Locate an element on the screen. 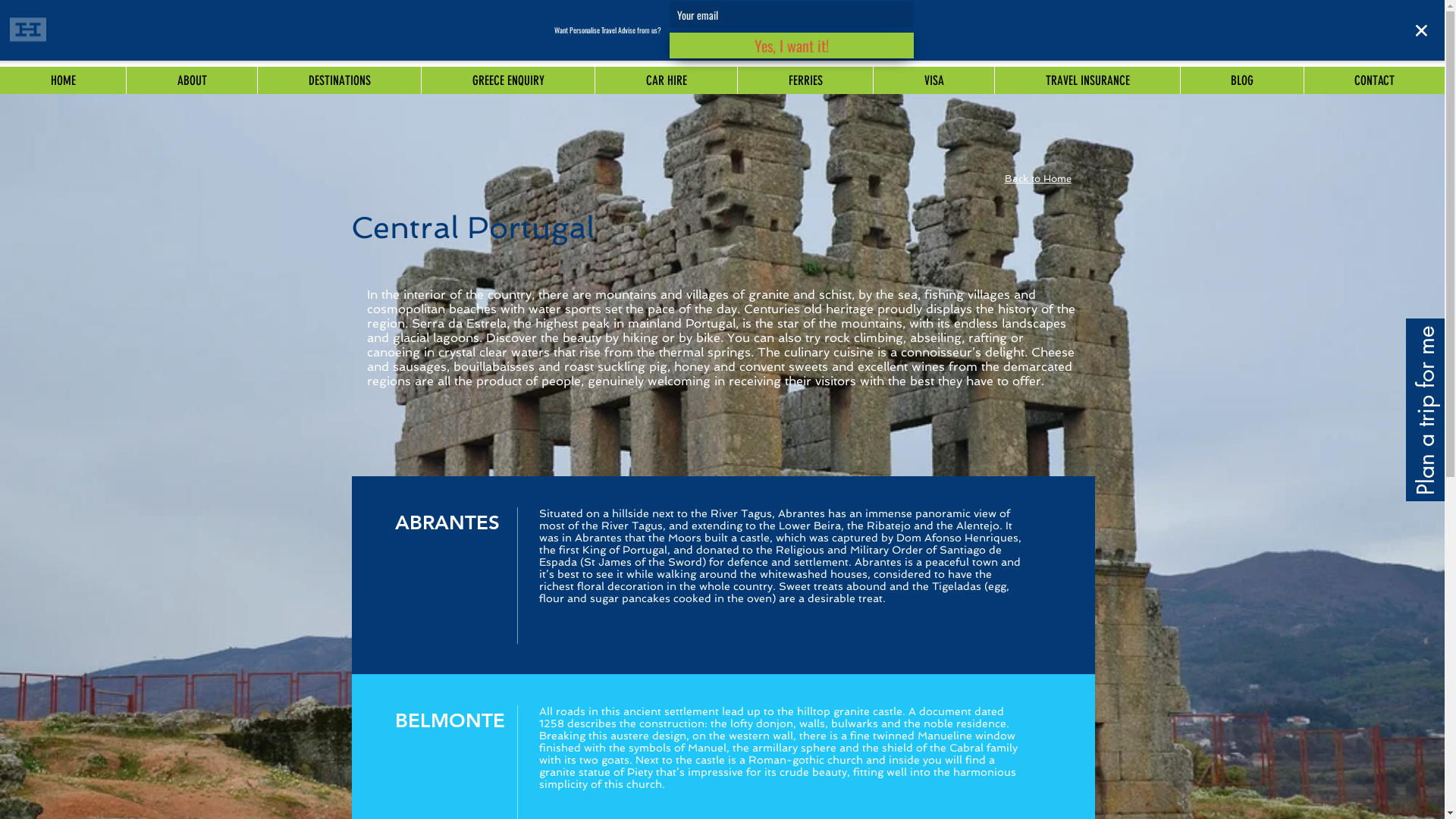 The height and width of the screenshot is (819, 1456). 'info@iconictravel.com.au' is located at coordinates (1008, 49).